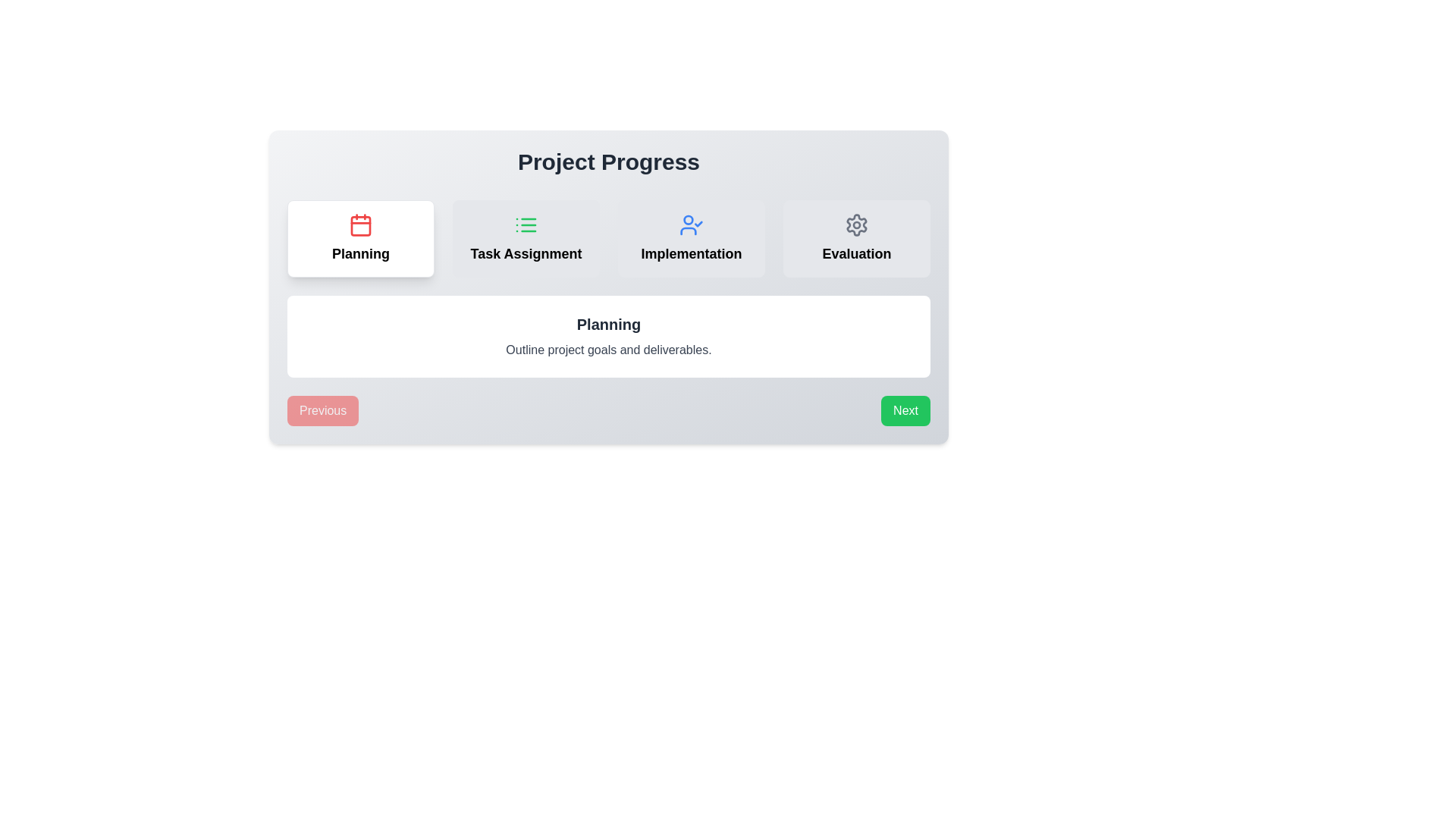  I want to click on assistive reading tools, so click(359, 253).